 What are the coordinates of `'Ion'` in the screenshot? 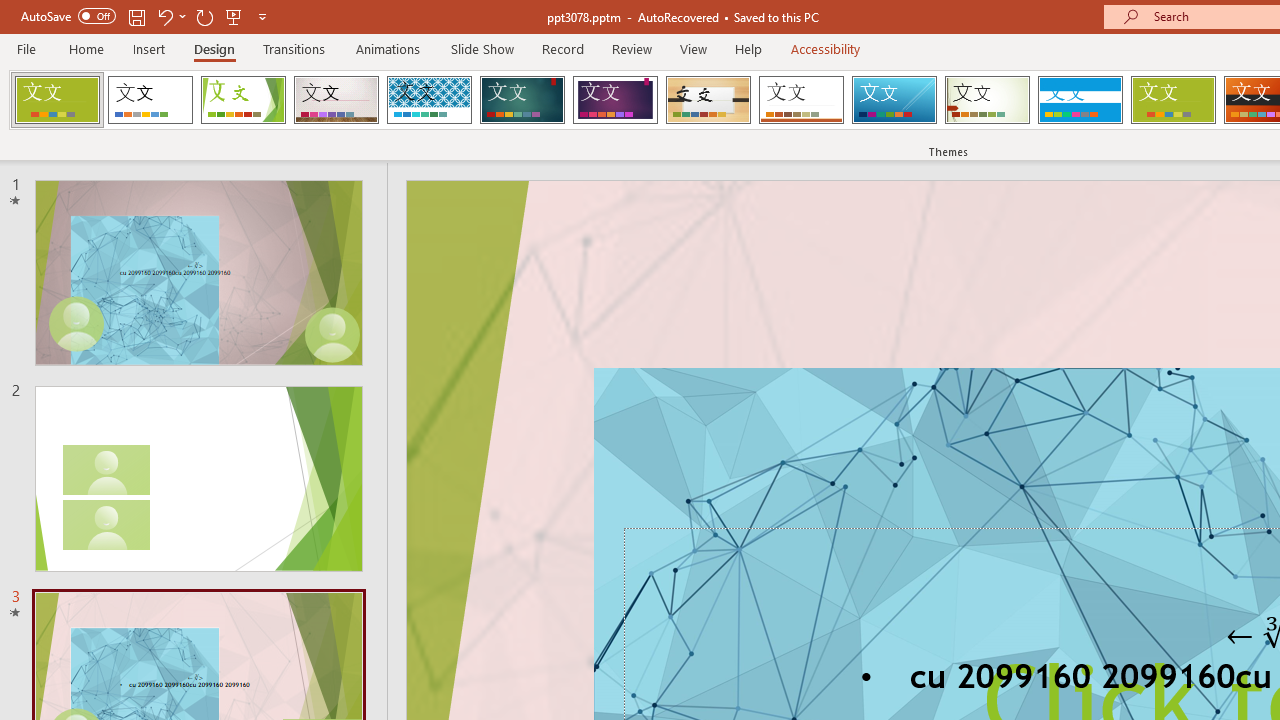 It's located at (522, 100).